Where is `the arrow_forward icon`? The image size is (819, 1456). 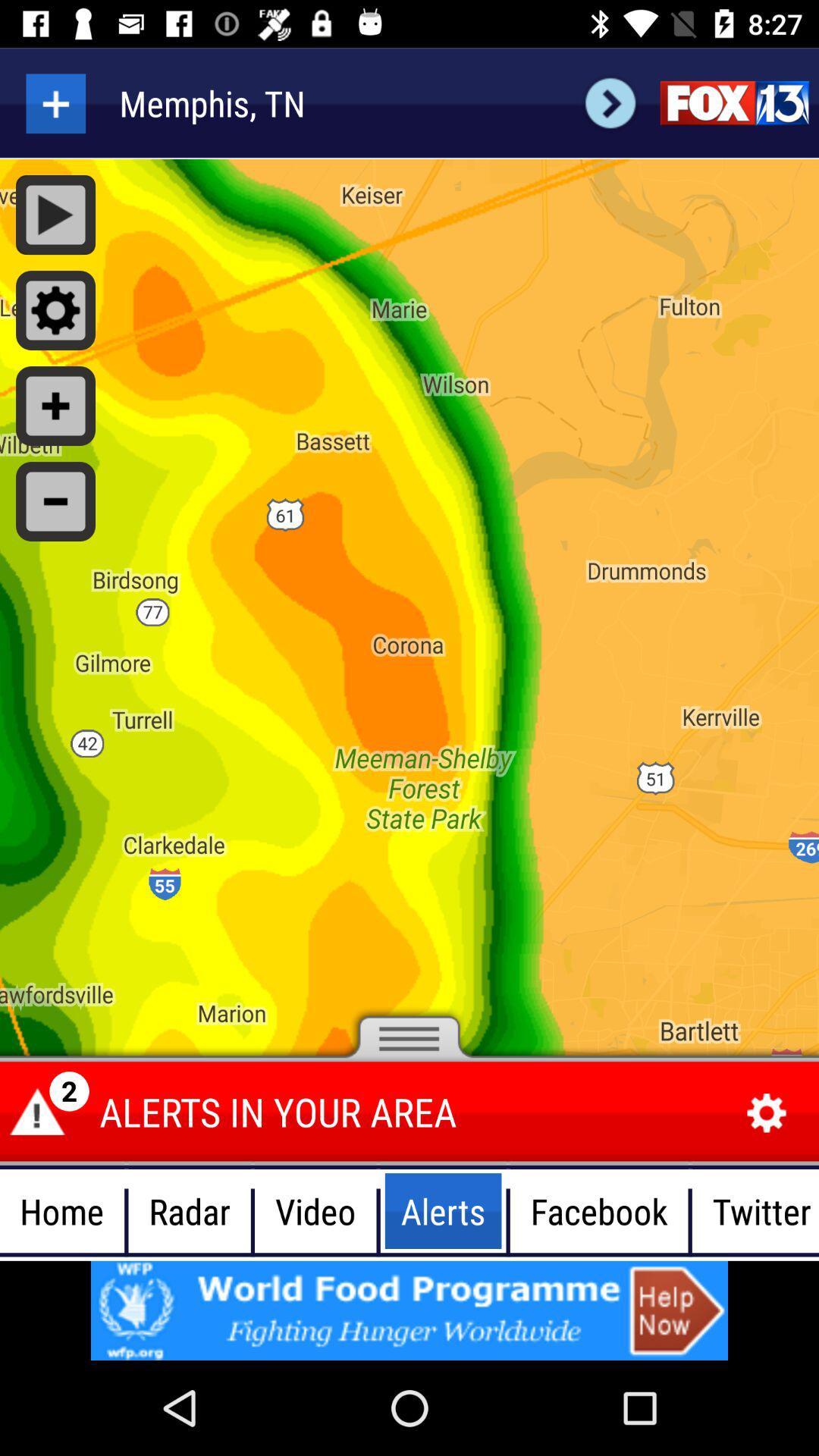 the arrow_forward icon is located at coordinates (610, 102).